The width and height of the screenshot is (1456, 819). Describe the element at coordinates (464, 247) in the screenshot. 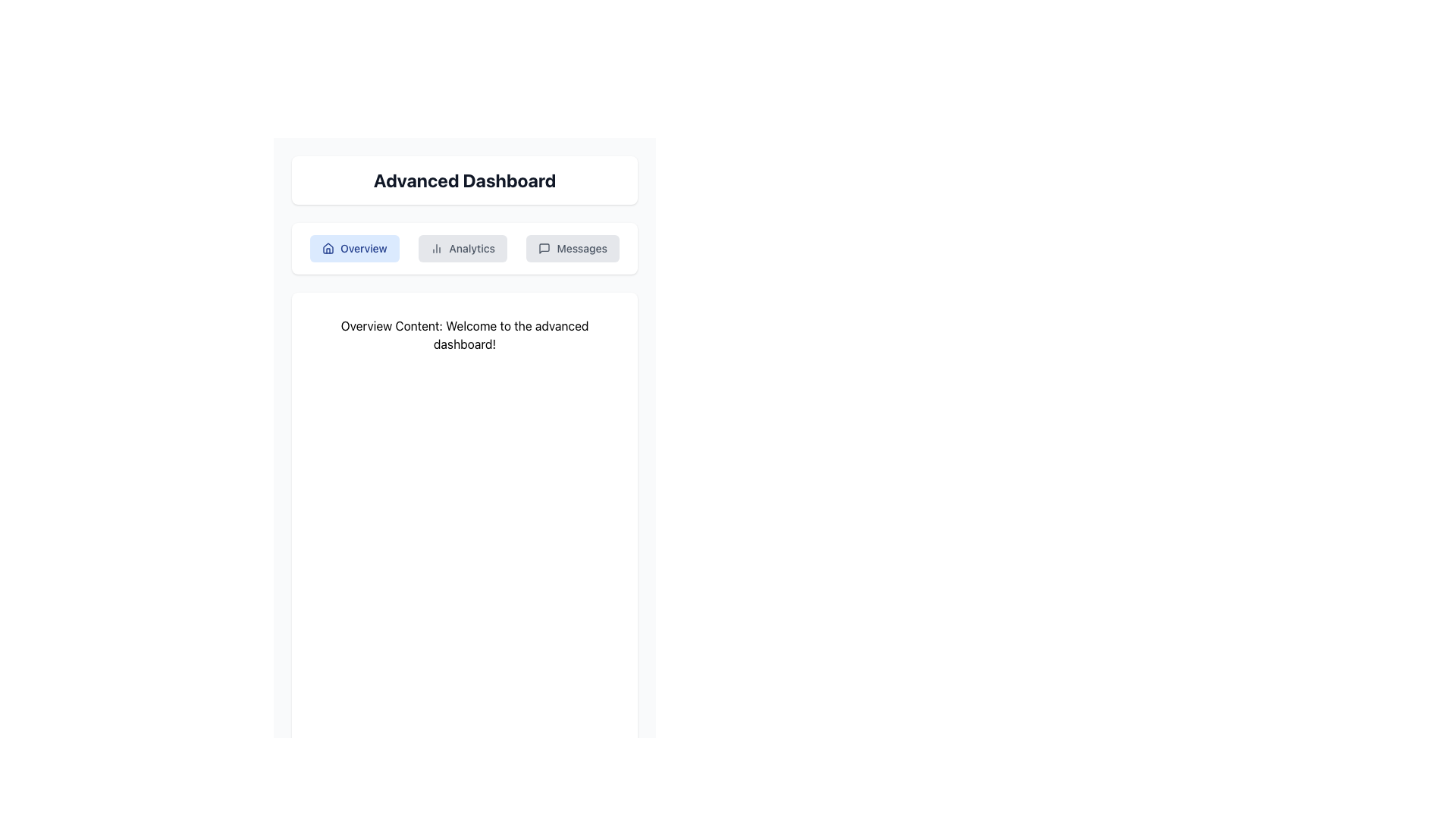

I see `the 'Analytics' button located under the 'Advanced Dashboard' header, positioned between 'Overview' and 'Messages' in the horizontal bar` at that location.